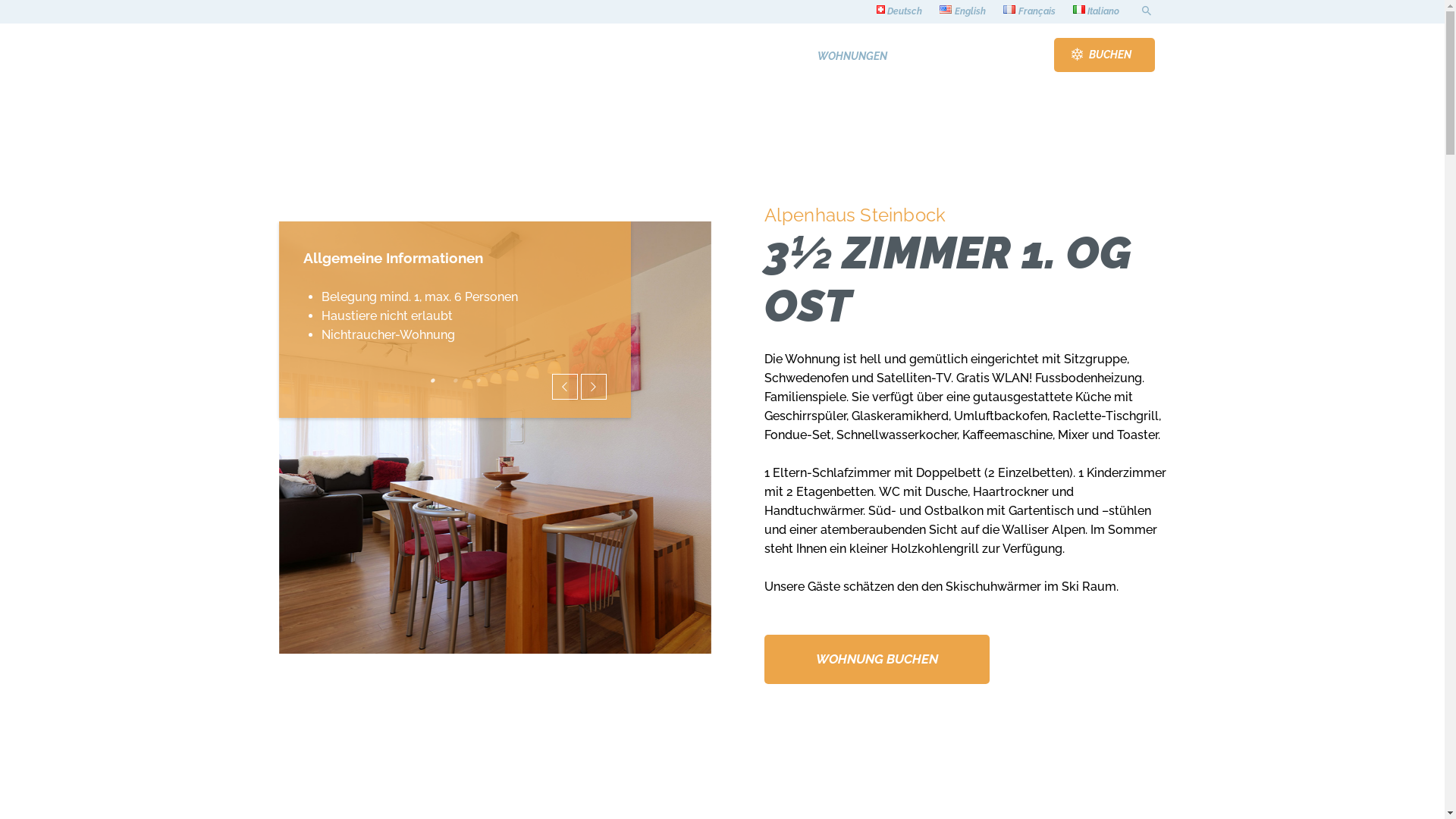 Image resolution: width=1456 pixels, height=819 pixels. Describe the element at coordinates (1104, 54) in the screenshot. I see `'BUCHEN'` at that location.